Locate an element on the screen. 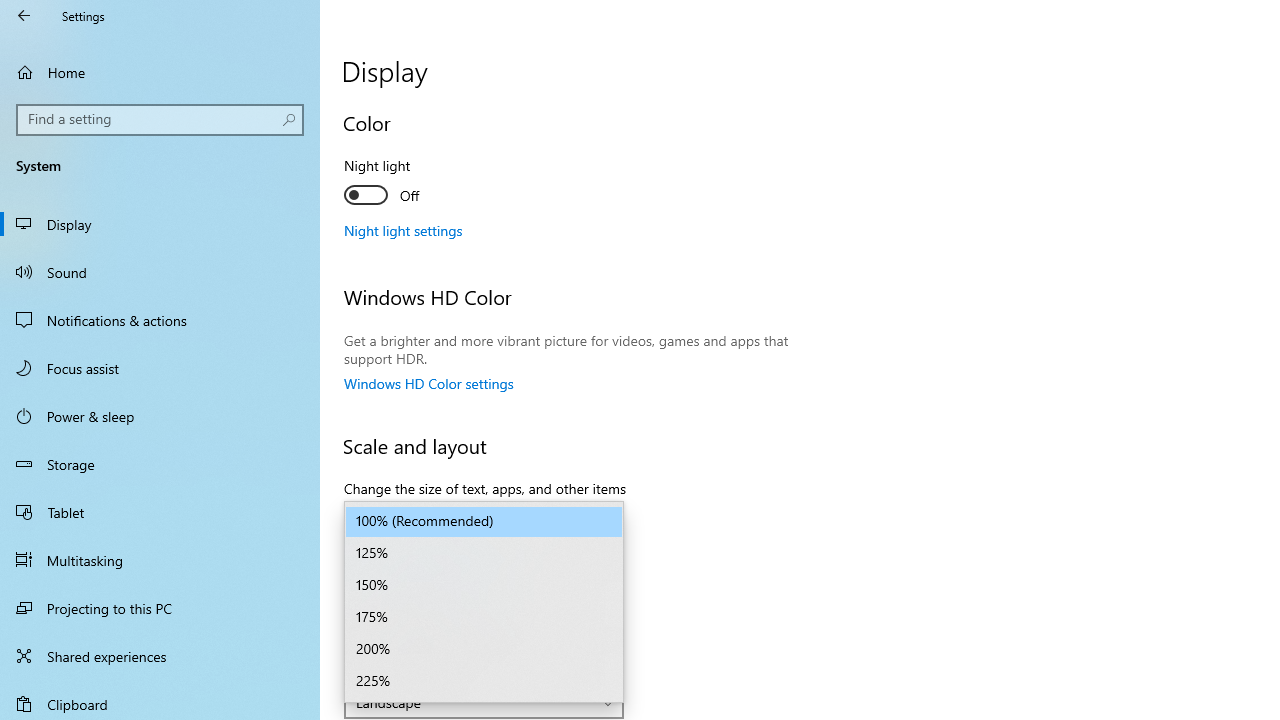  'Windows HD Color settings' is located at coordinates (428, 383).